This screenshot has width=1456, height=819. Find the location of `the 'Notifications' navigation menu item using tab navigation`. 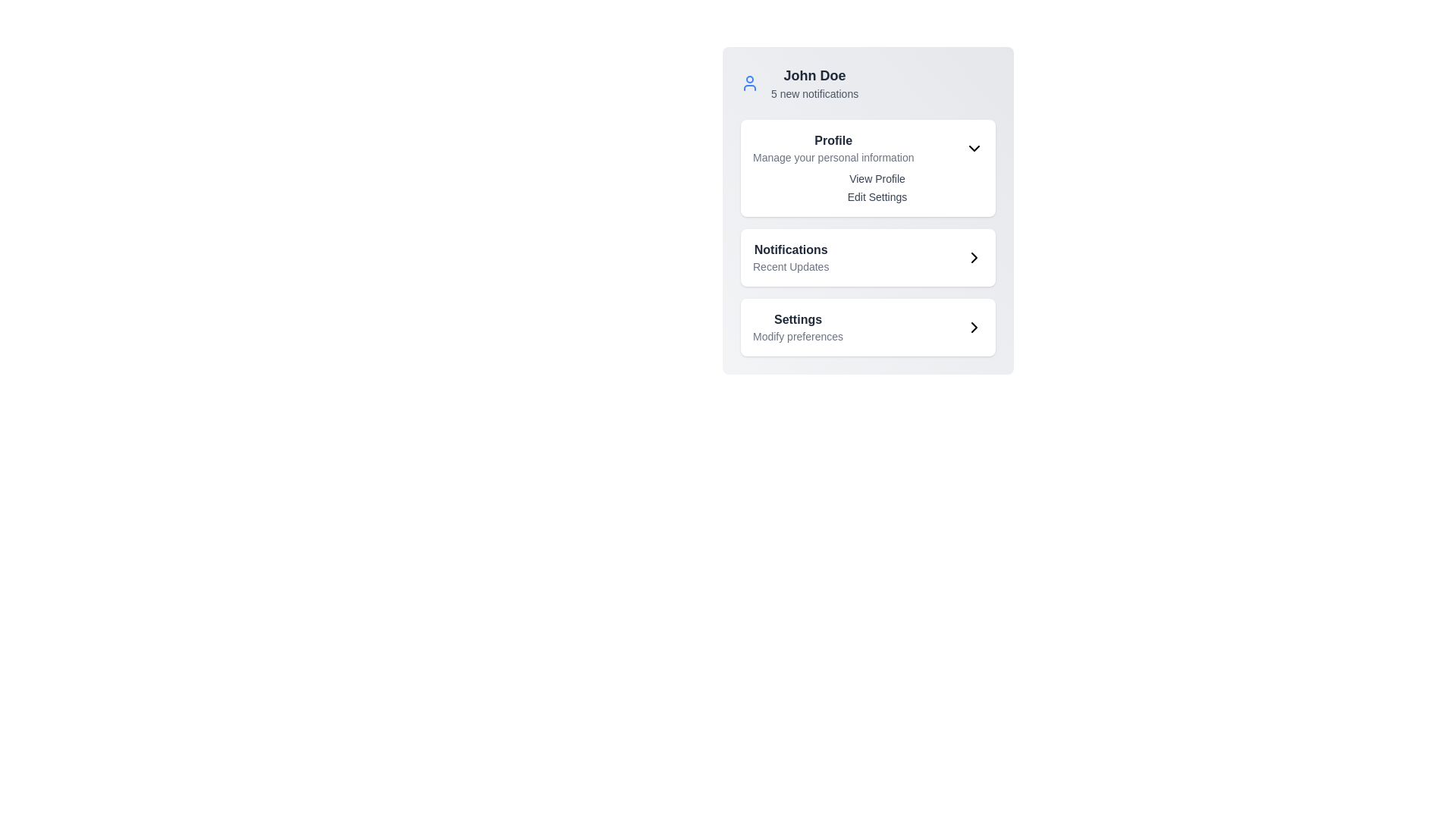

the 'Notifications' navigation menu item using tab navigation is located at coordinates (790, 256).